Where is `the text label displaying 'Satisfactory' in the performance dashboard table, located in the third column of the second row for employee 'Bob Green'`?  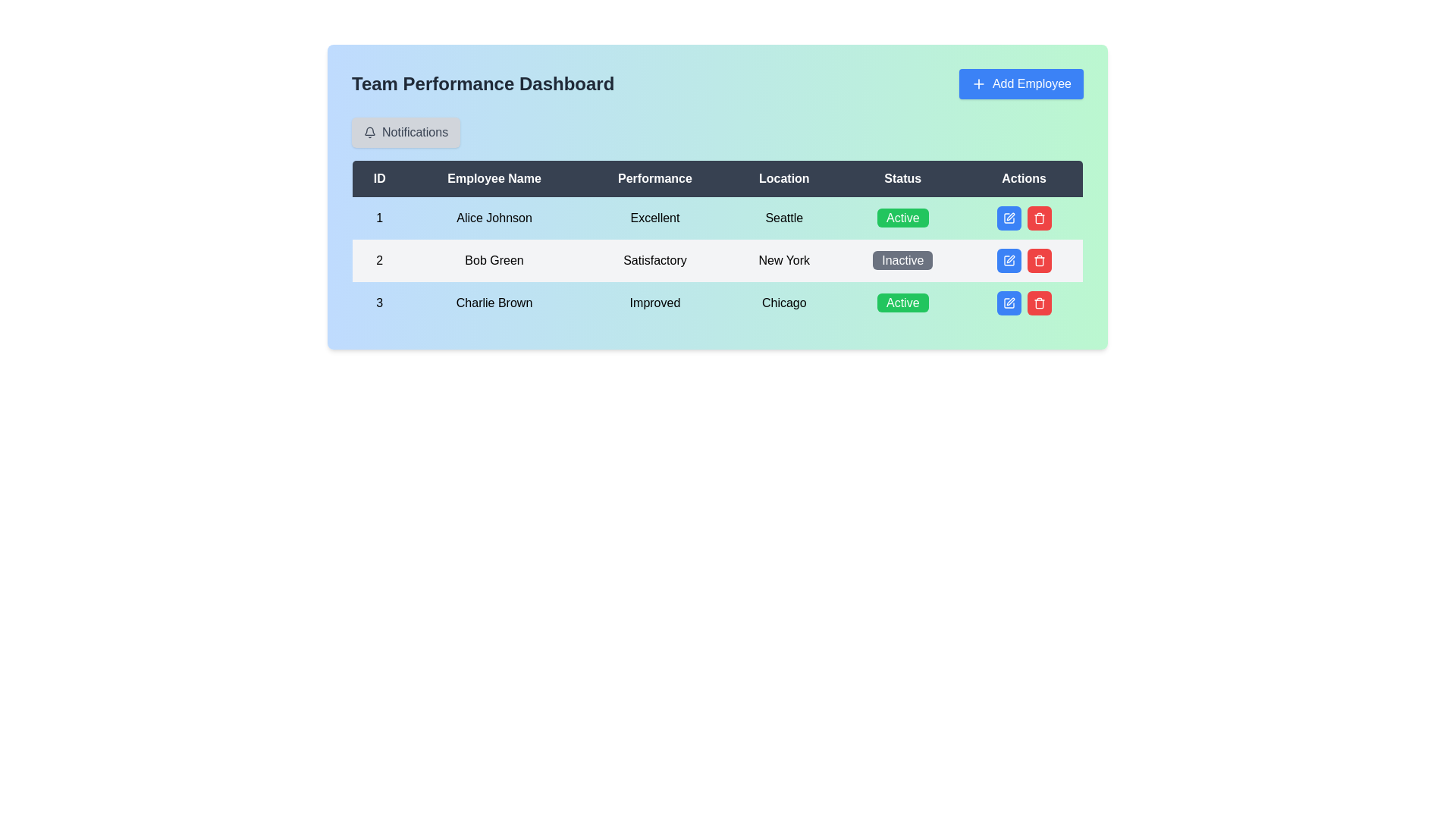 the text label displaying 'Satisfactory' in the performance dashboard table, located in the third column of the second row for employee 'Bob Green' is located at coordinates (655, 259).